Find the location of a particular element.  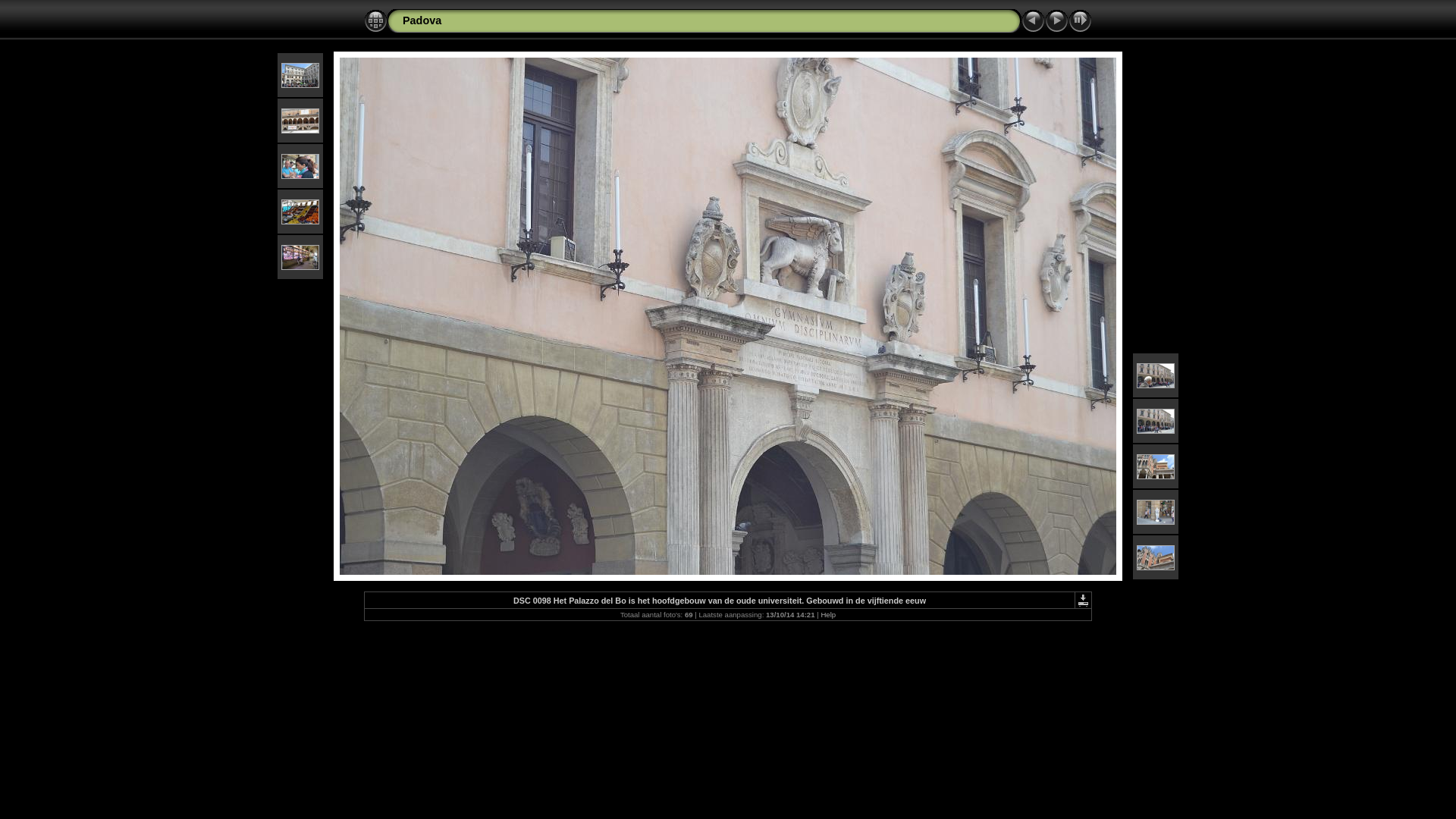

'Help' is located at coordinates (827, 614).